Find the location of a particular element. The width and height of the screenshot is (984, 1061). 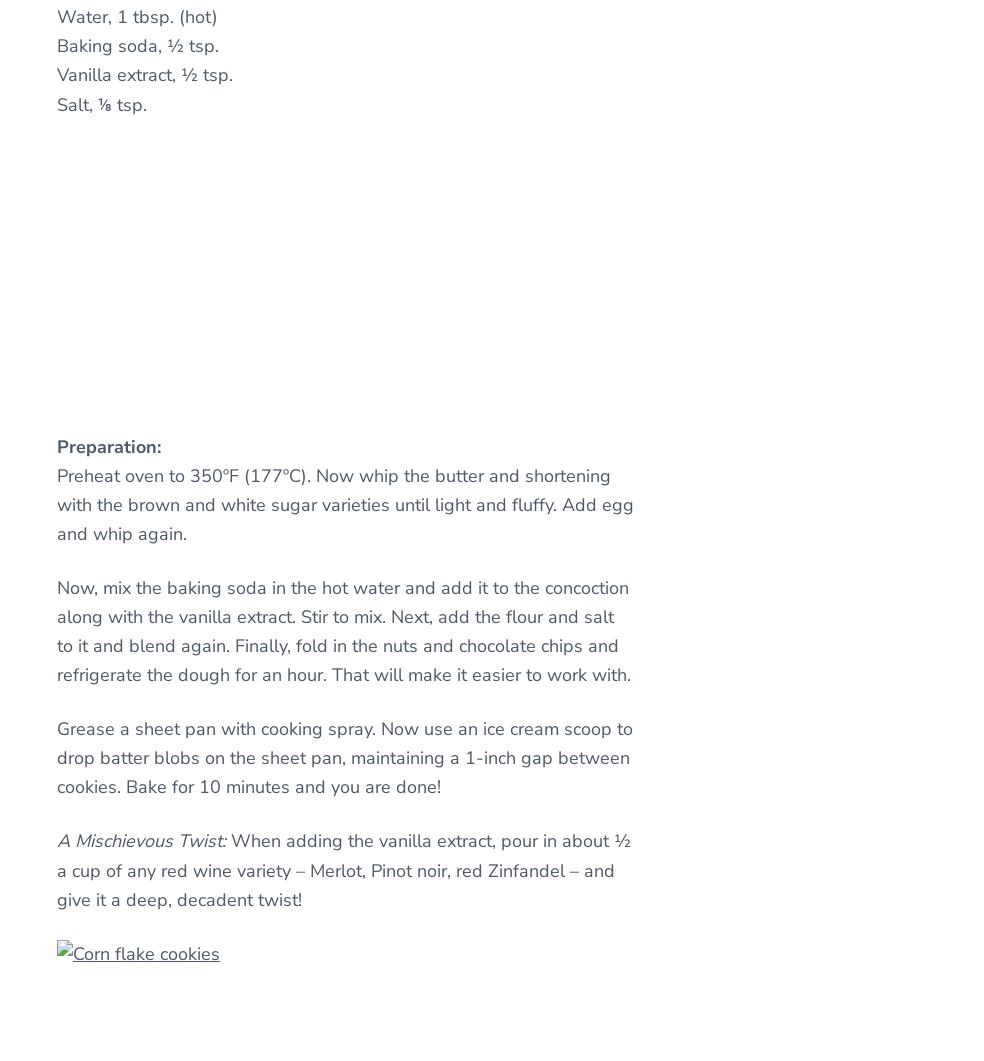

'Water, 1 tbsp. (hot)' is located at coordinates (137, 16).